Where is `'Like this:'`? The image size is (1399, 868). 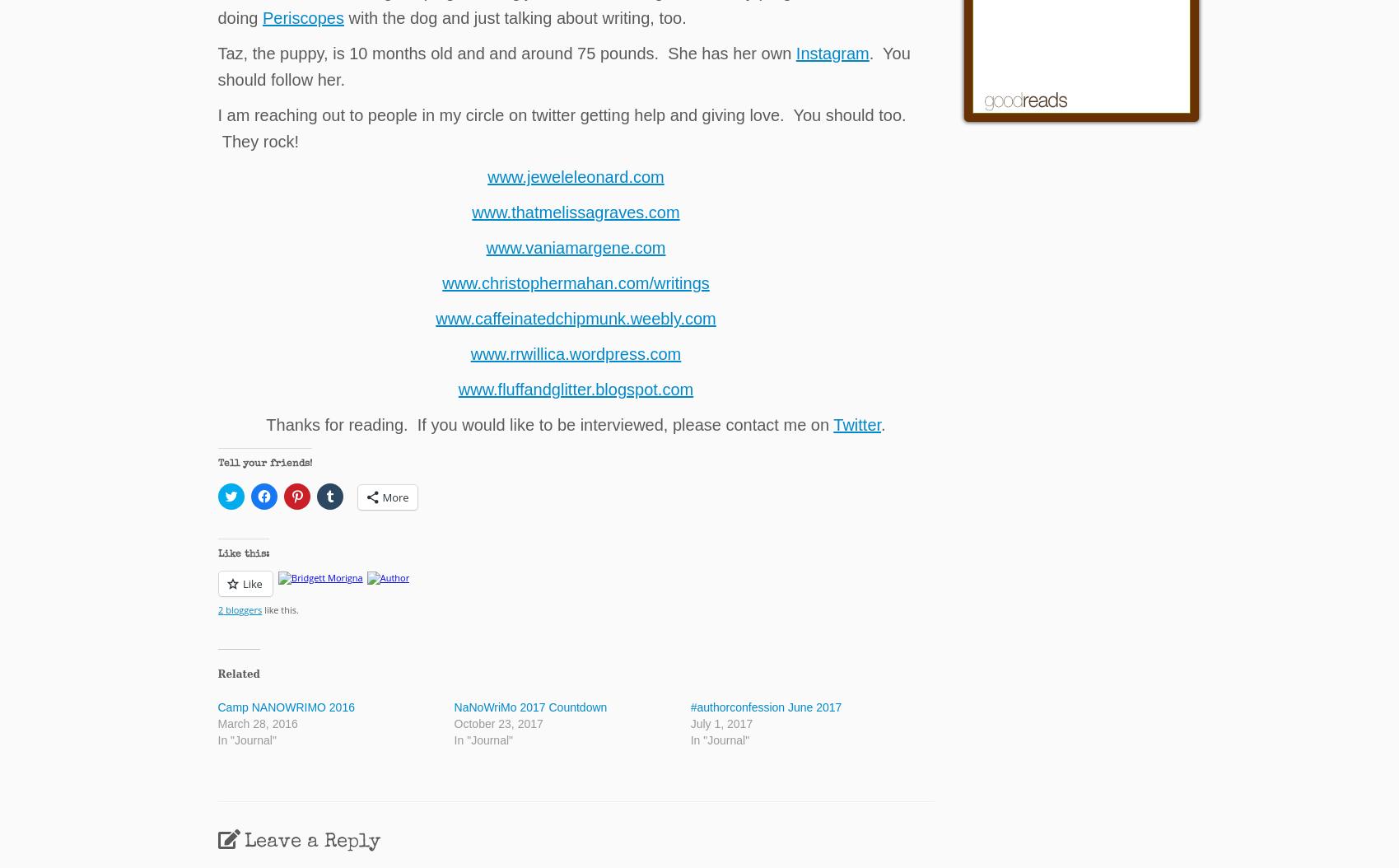 'Like this:' is located at coordinates (241, 553).